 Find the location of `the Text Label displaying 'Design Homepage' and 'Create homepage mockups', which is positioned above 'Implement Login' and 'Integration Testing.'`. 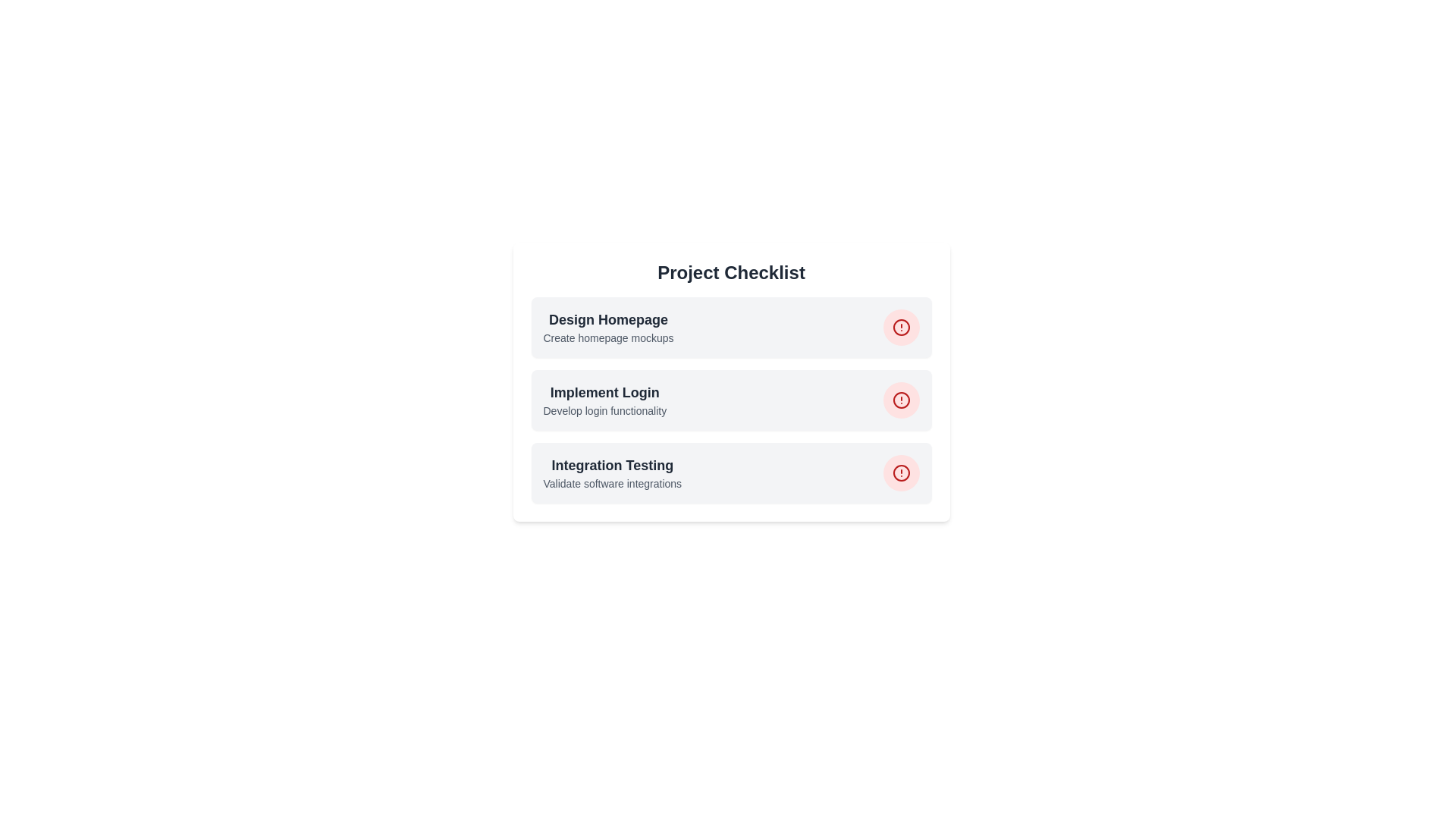

the Text Label displaying 'Design Homepage' and 'Create homepage mockups', which is positioned above 'Implement Login' and 'Integration Testing.' is located at coordinates (608, 327).